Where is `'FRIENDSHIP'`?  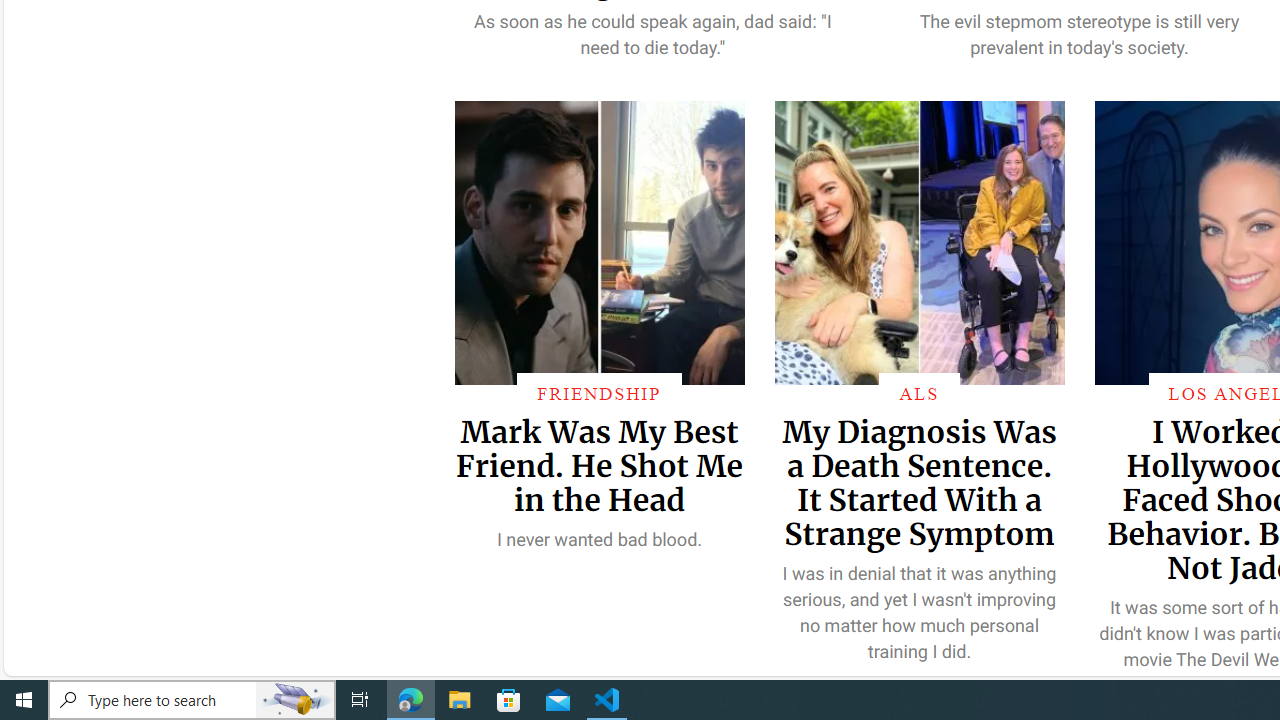 'FRIENDSHIP' is located at coordinates (598, 393).